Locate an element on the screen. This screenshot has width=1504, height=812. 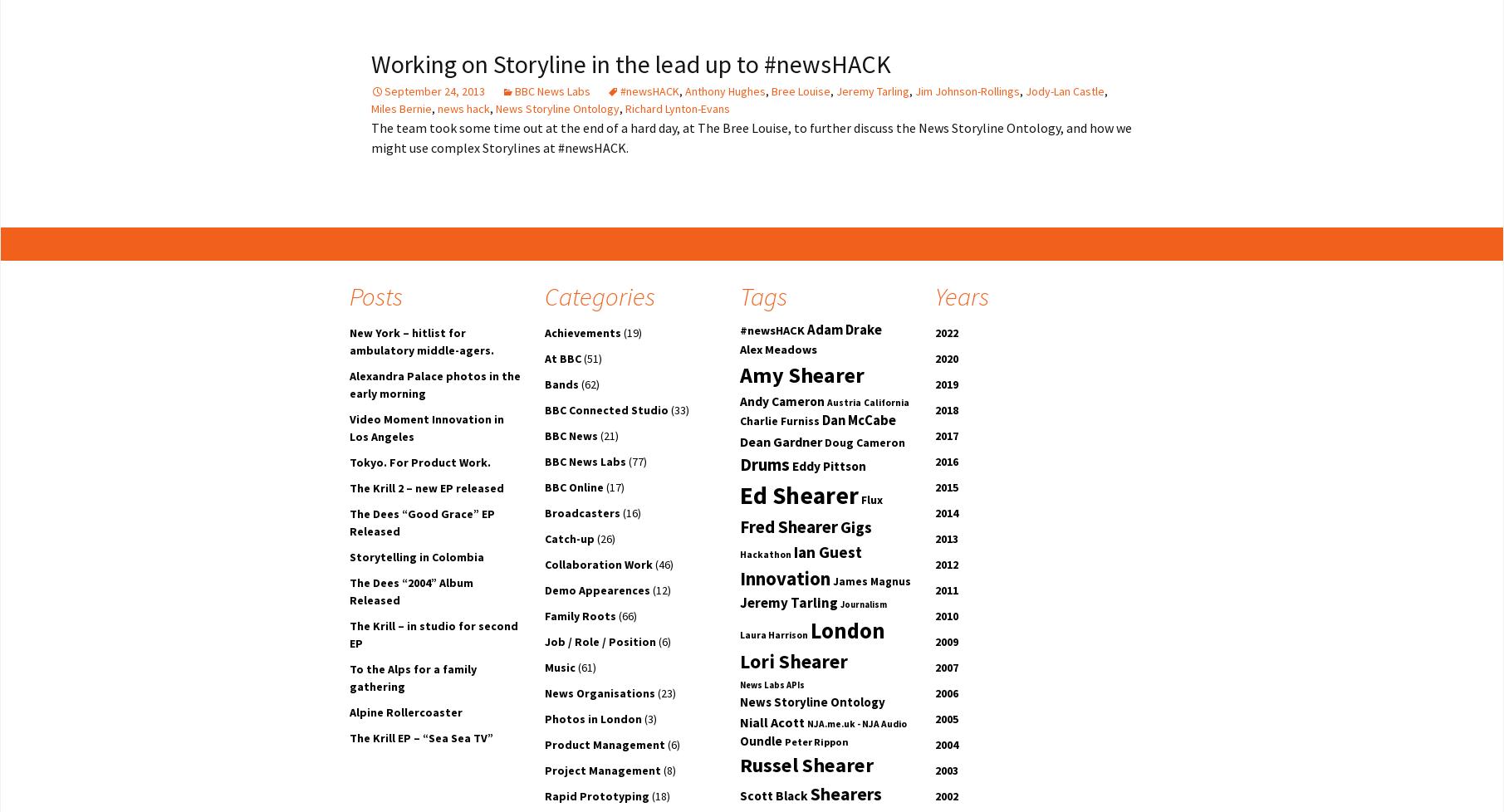
'Richard Lynton-Evans' is located at coordinates (676, 107).